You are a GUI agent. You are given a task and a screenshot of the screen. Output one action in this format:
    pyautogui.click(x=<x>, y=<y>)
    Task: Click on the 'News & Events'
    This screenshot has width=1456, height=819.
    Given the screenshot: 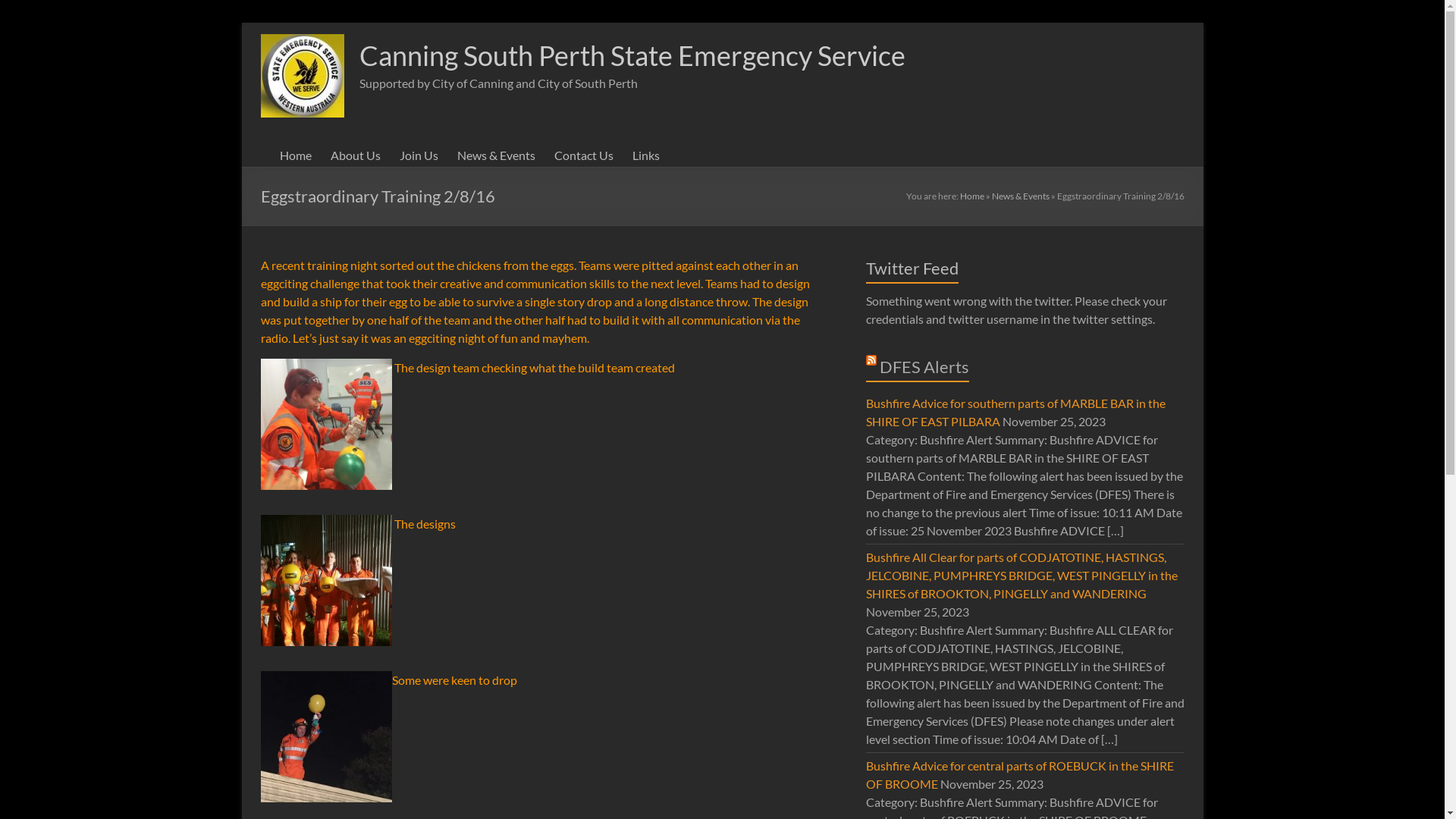 What is the action you would take?
    pyautogui.click(x=1020, y=195)
    